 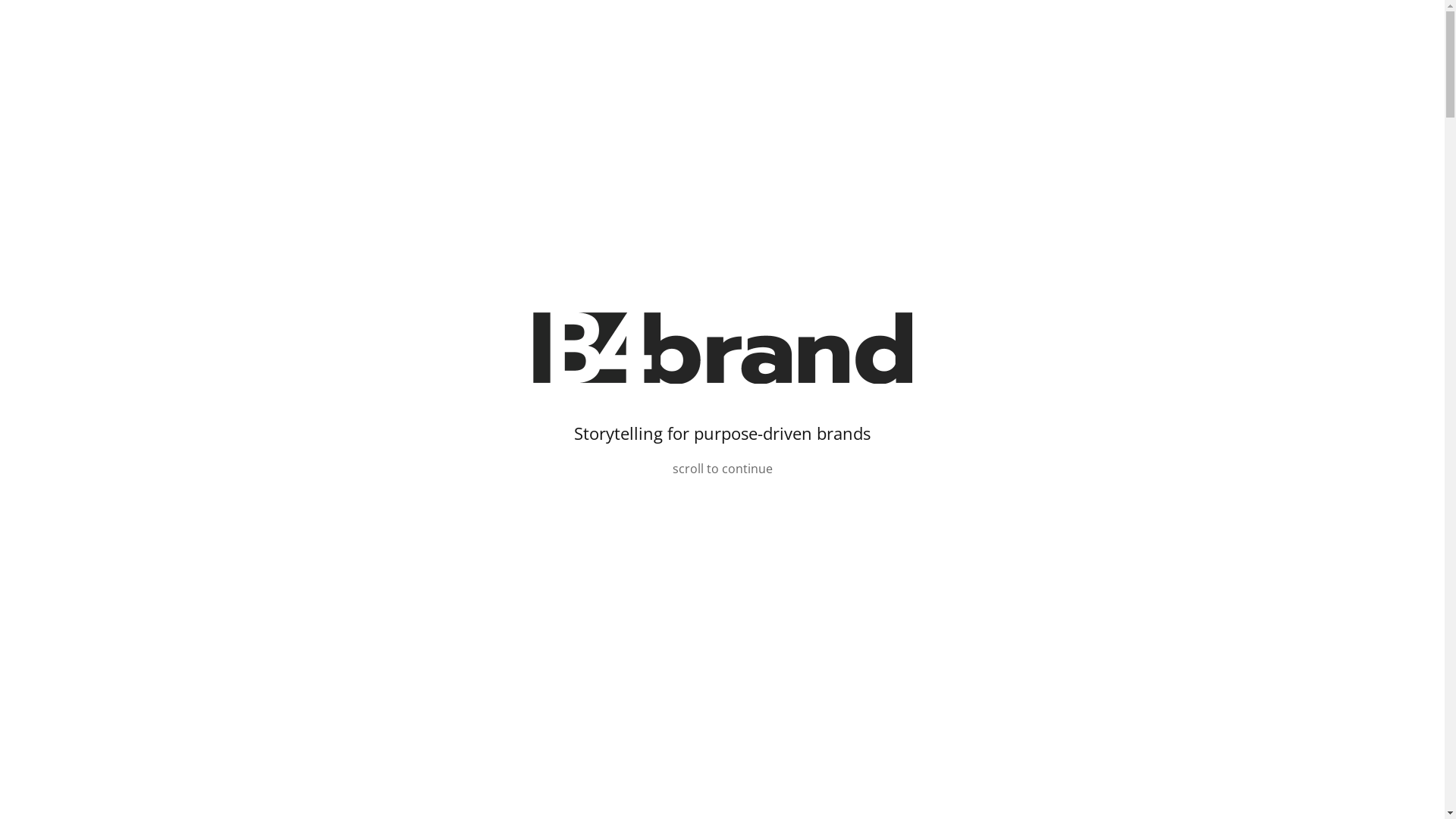 What do you see at coordinates (720, 348) in the screenshot?
I see `'B4brand logo'` at bounding box center [720, 348].